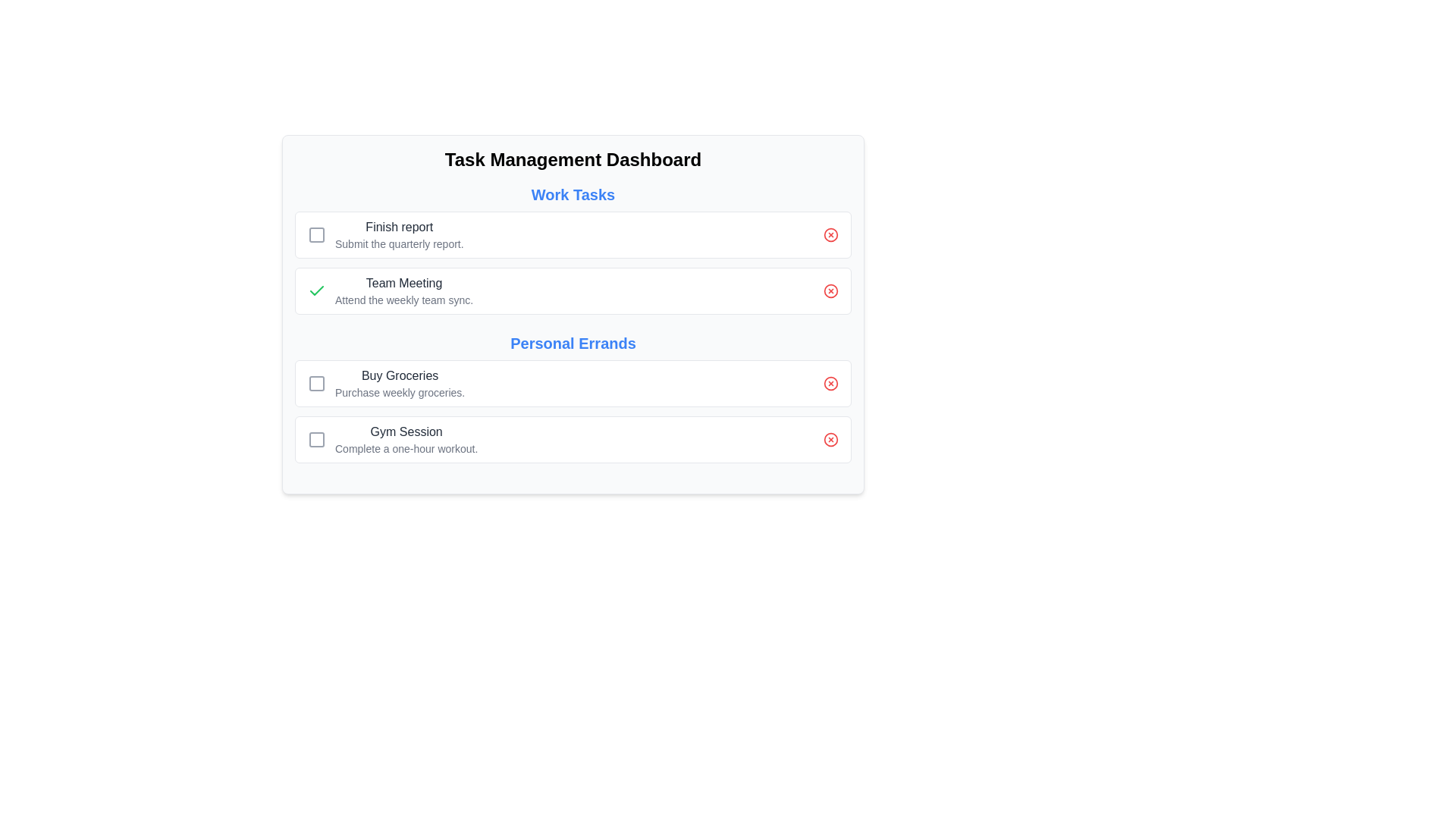 The width and height of the screenshot is (1456, 819). I want to click on the second task under the 'Personal Errands' category, which includes a checkbox and a delete button for the 'Gym Session' task, so click(572, 439).